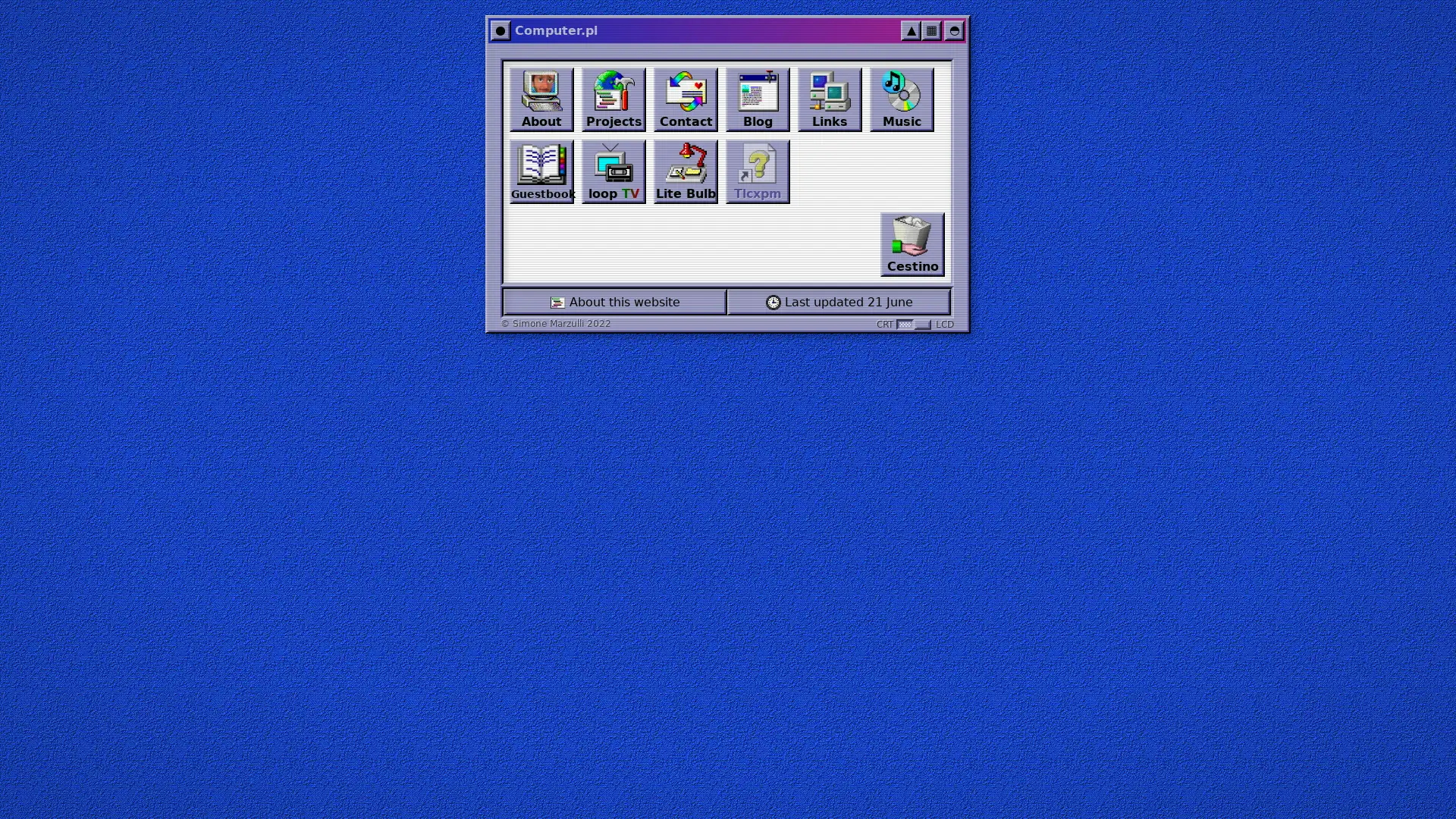 The width and height of the screenshot is (1456, 819). What do you see at coordinates (685, 171) in the screenshot?
I see `Lite Bulb Lite Bulb` at bounding box center [685, 171].